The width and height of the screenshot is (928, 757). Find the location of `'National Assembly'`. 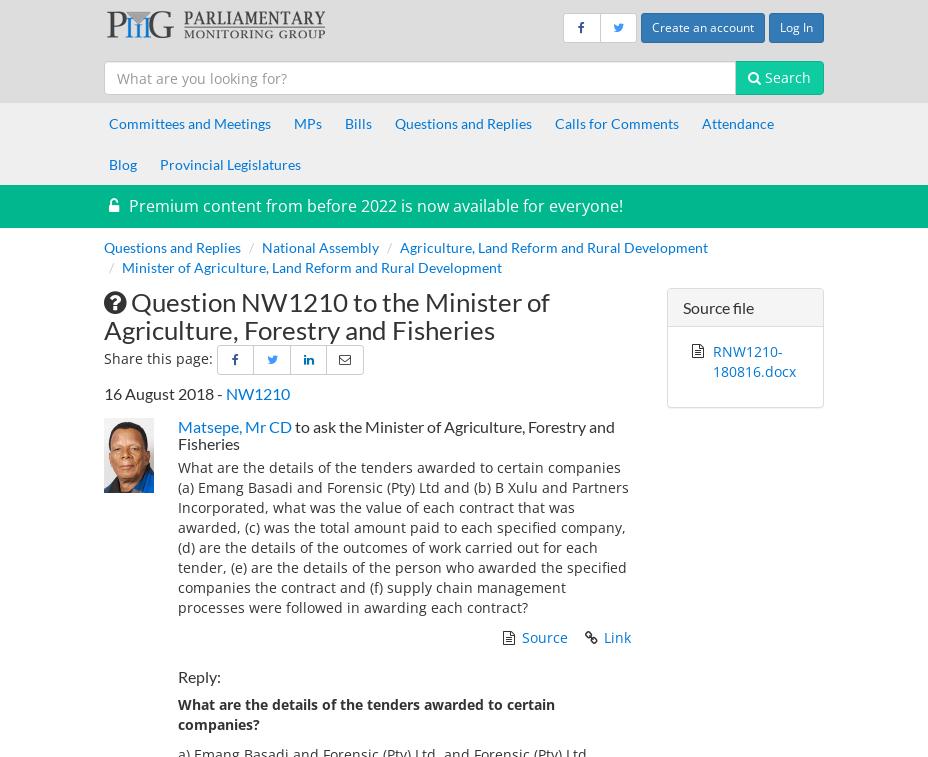

'National Assembly' is located at coordinates (319, 245).